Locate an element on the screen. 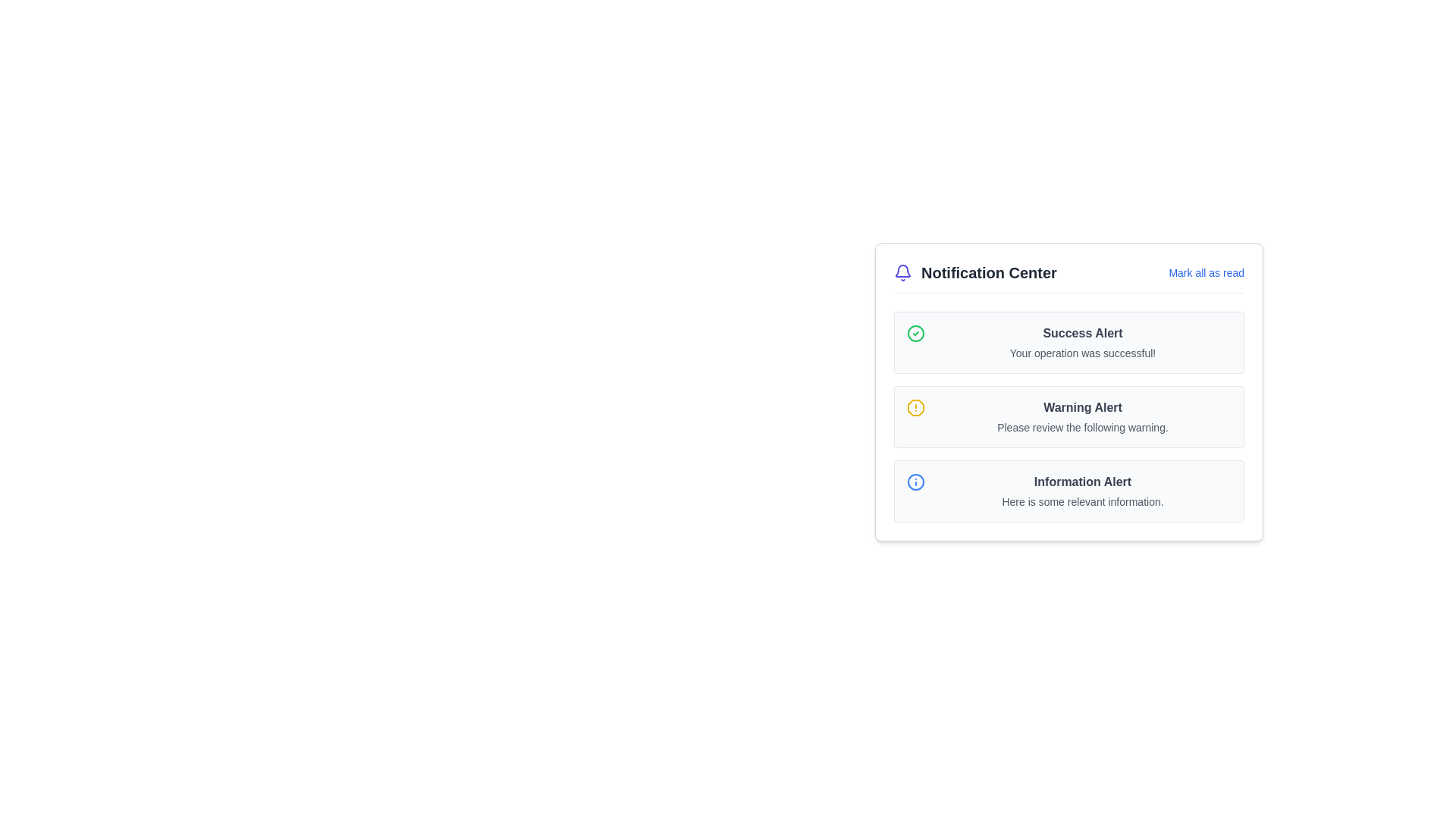 This screenshot has height=819, width=1456. information from the third Text block with styled heading and subtext in the 'Notification Center', which provides helpful information to the user is located at coordinates (1082, 491).